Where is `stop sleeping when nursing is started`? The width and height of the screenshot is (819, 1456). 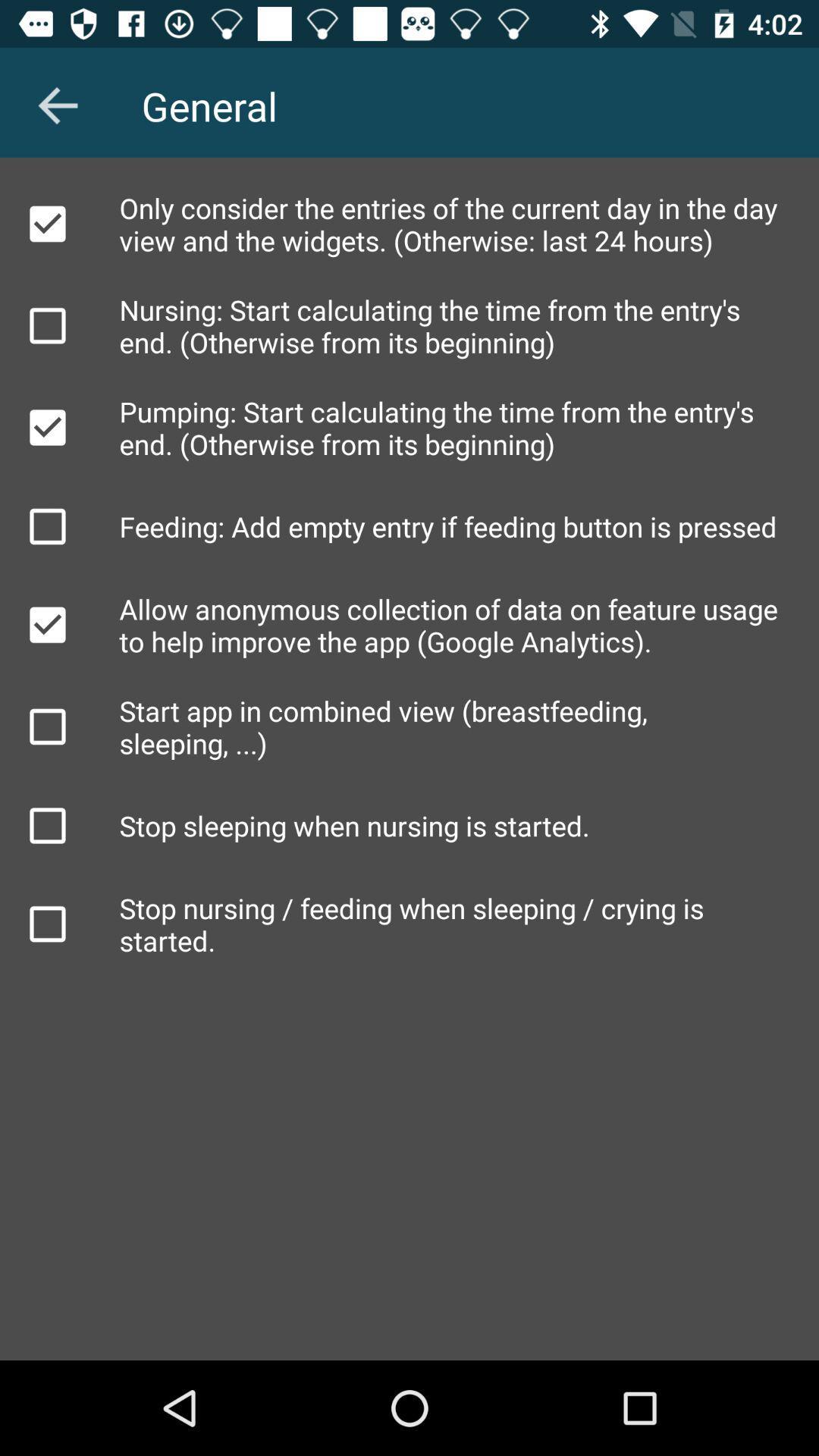
stop sleeping when nursing is started is located at coordinates (46, 825).